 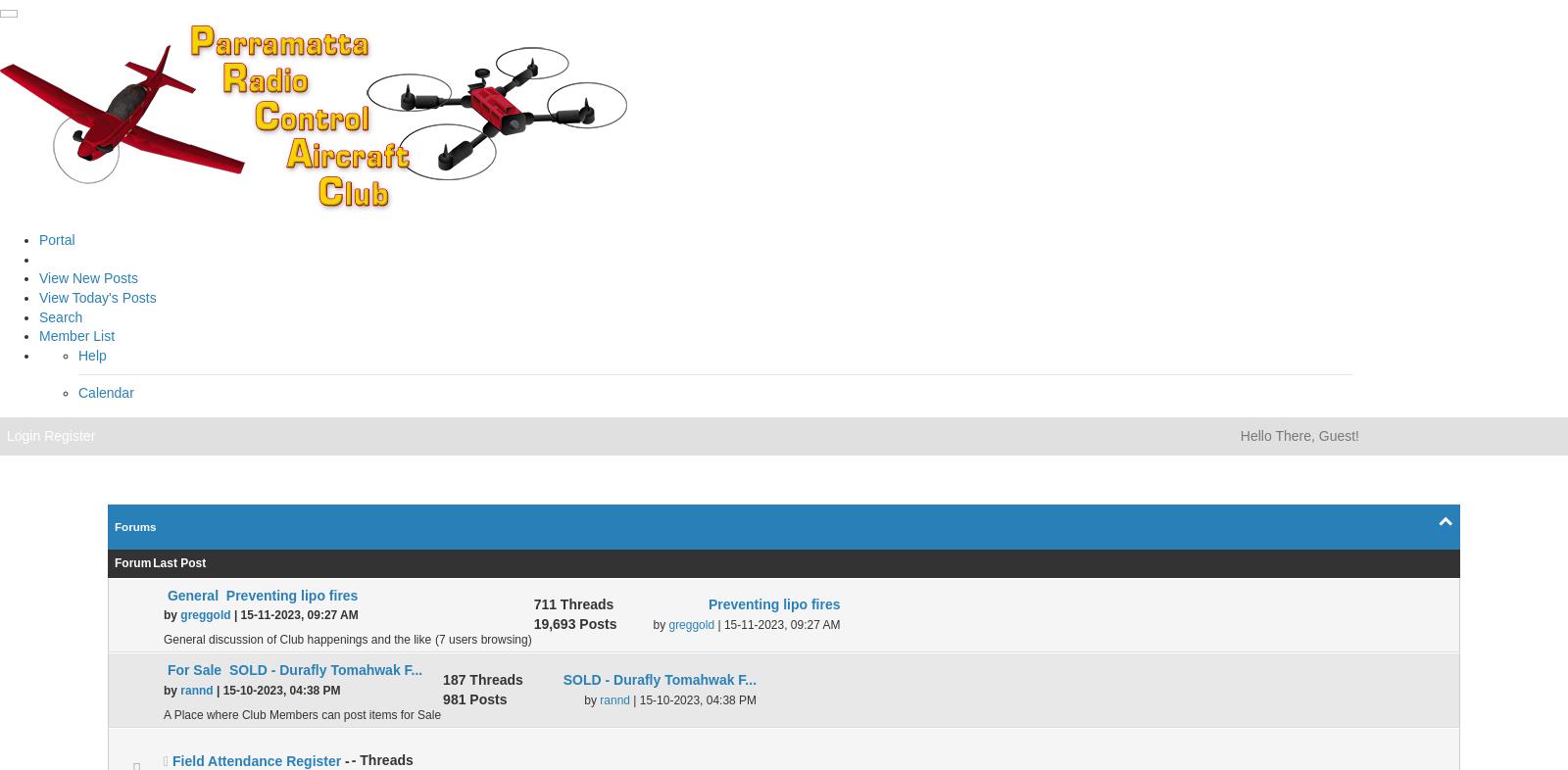 I want to click on 'Portal', so click(x=56, y=239).